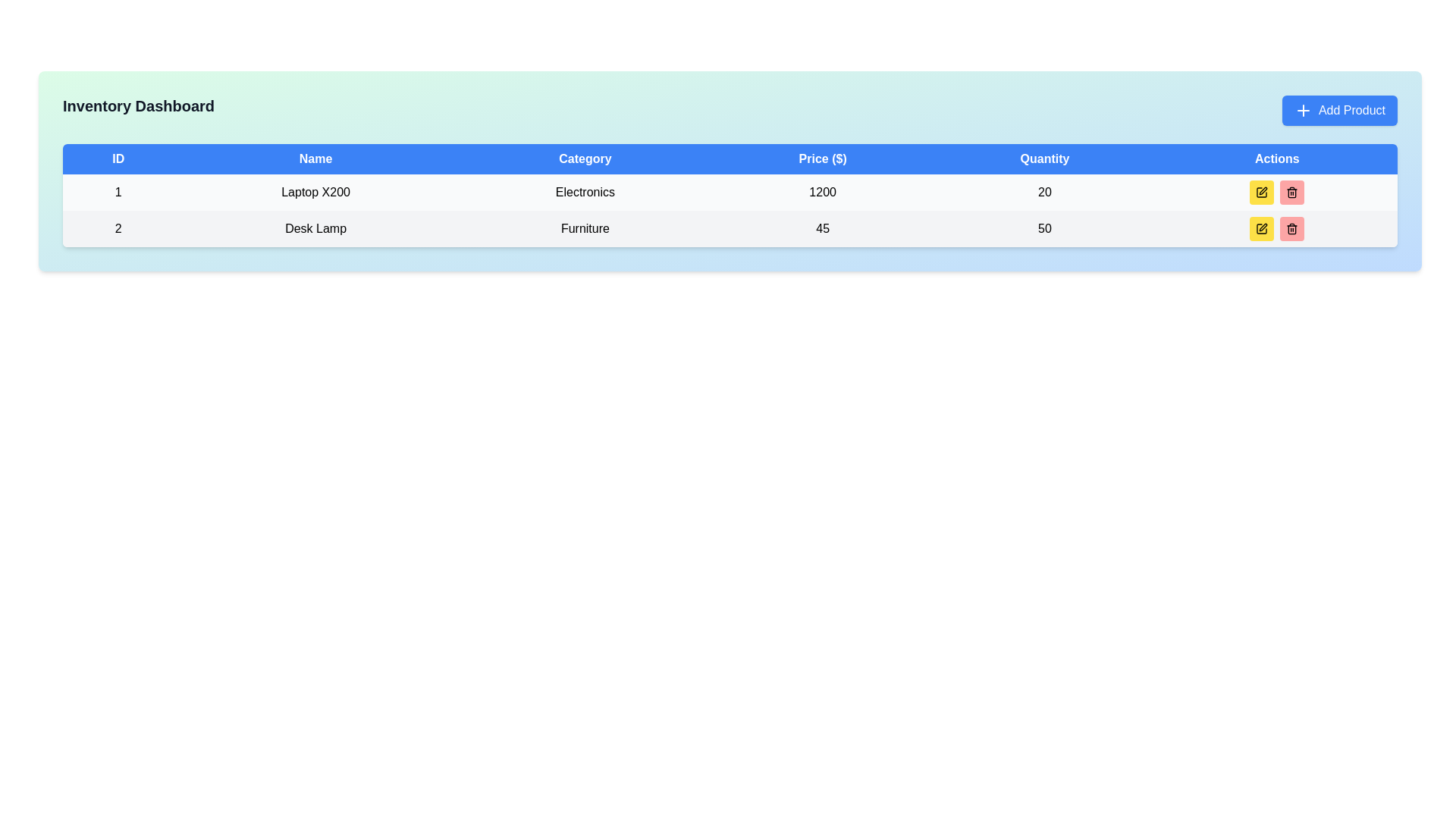  What do you see at coordinates (1263, 227) in the screenshot?
I see `the 'edit' action trigger icon located in the 'Actions' column of the second row of the data table, which is represented by a graphical icon within an SVG` at bounding box center [1263, 227].